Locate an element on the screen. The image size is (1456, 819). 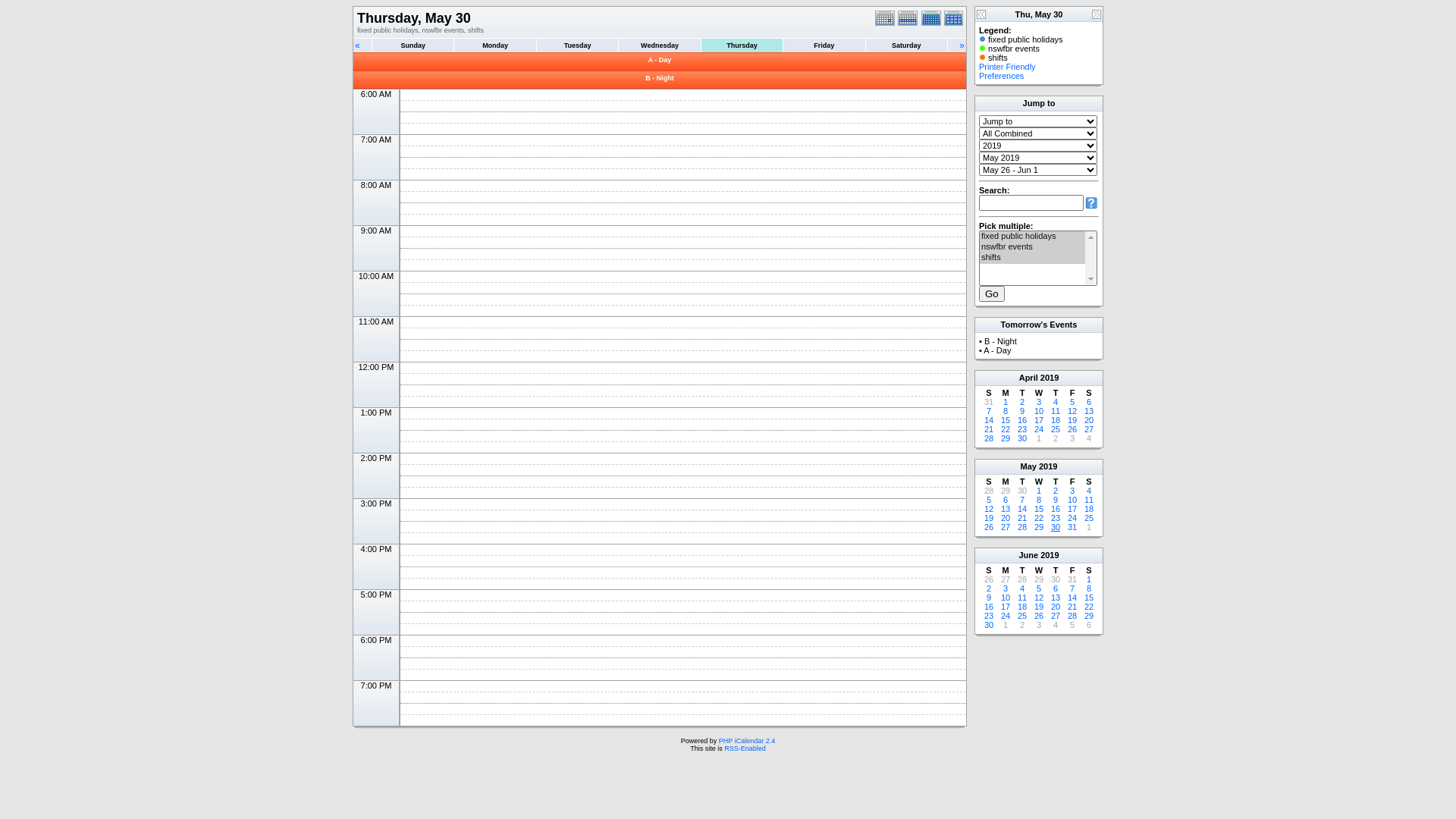
'24' is located at coordinates (1072, 516).